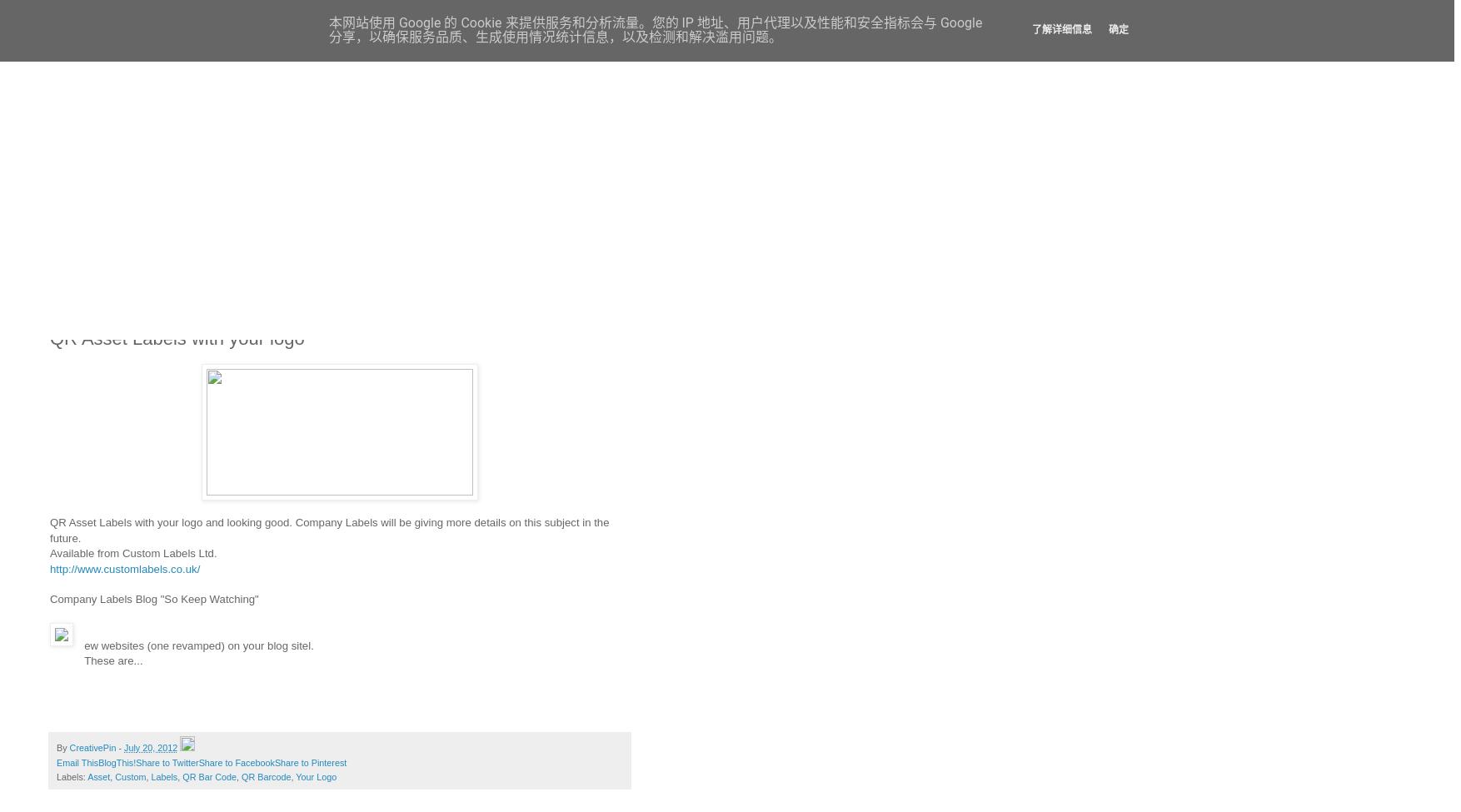  Describe the element at coordinates (154, 598) in the screenshot. I see `'Company Labels Blog "So Keep Watching"'` at that location.